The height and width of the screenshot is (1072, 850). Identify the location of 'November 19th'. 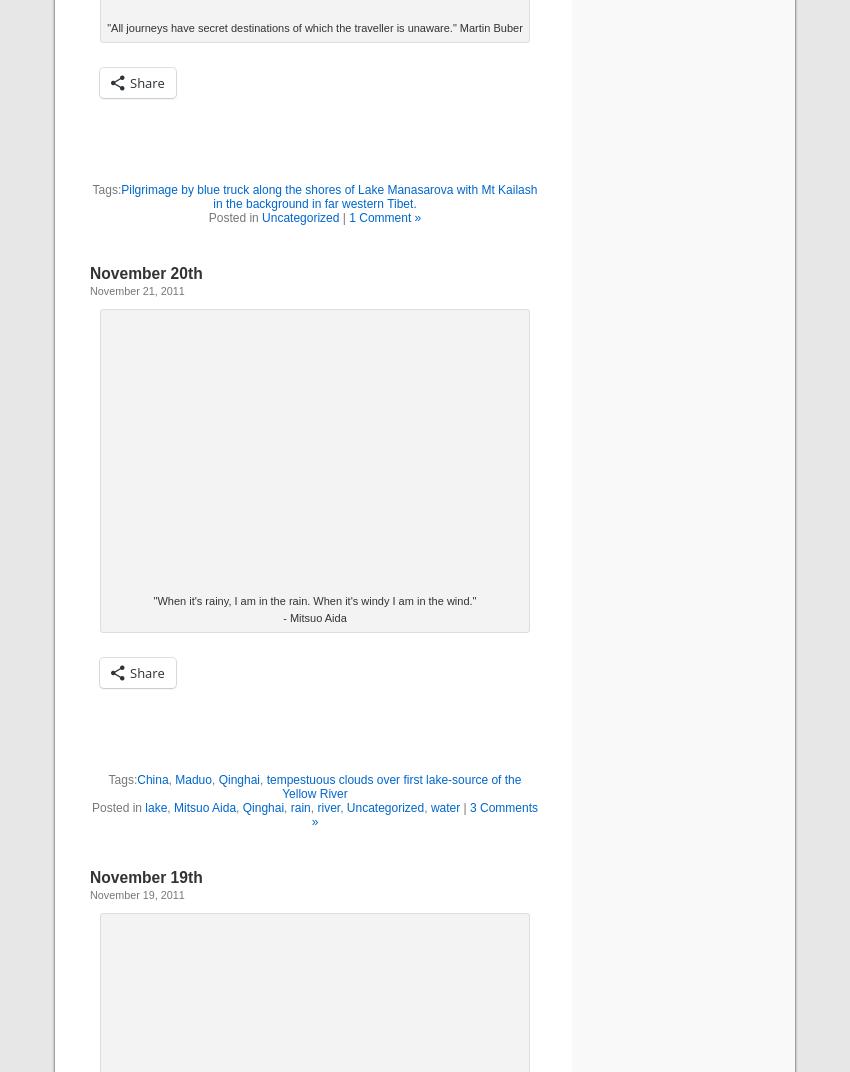
(146, 876).